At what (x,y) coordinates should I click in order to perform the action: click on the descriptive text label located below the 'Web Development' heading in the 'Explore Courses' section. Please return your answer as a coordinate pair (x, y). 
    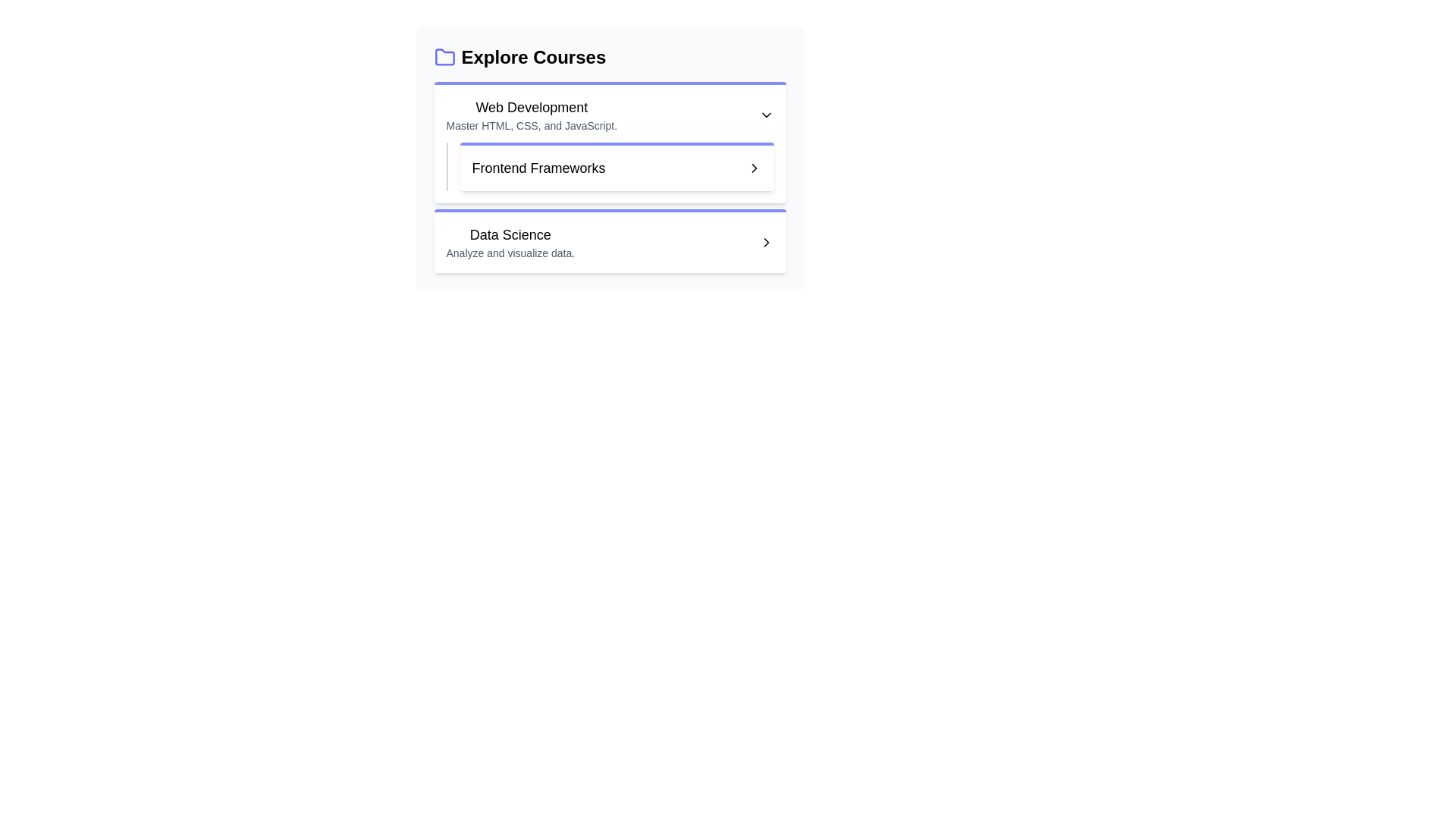
    Looking at the image, I should click on (532, 124).